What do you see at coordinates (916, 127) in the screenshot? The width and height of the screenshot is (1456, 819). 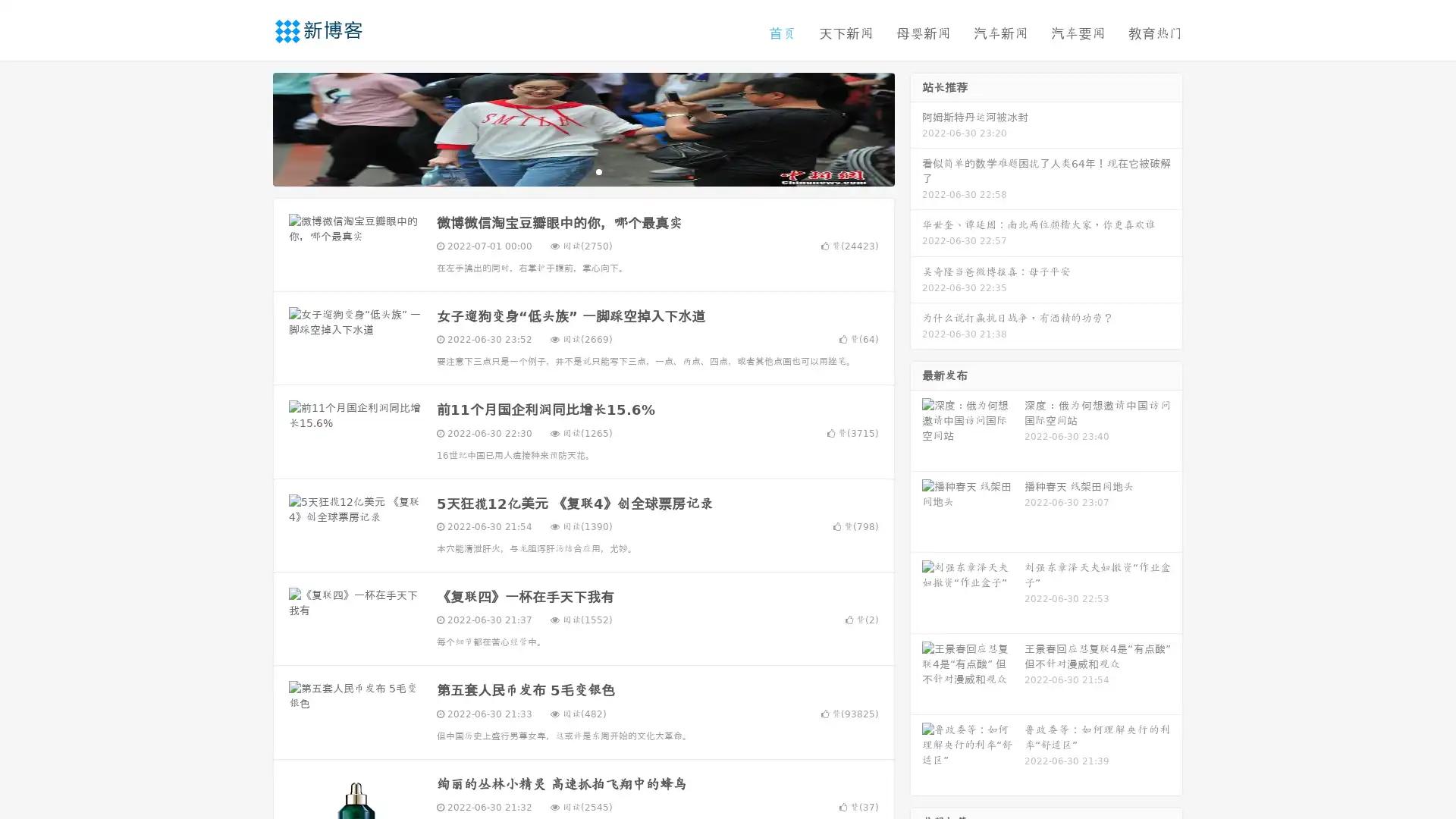 I see `Next slide` at bounding box center [916, 127].